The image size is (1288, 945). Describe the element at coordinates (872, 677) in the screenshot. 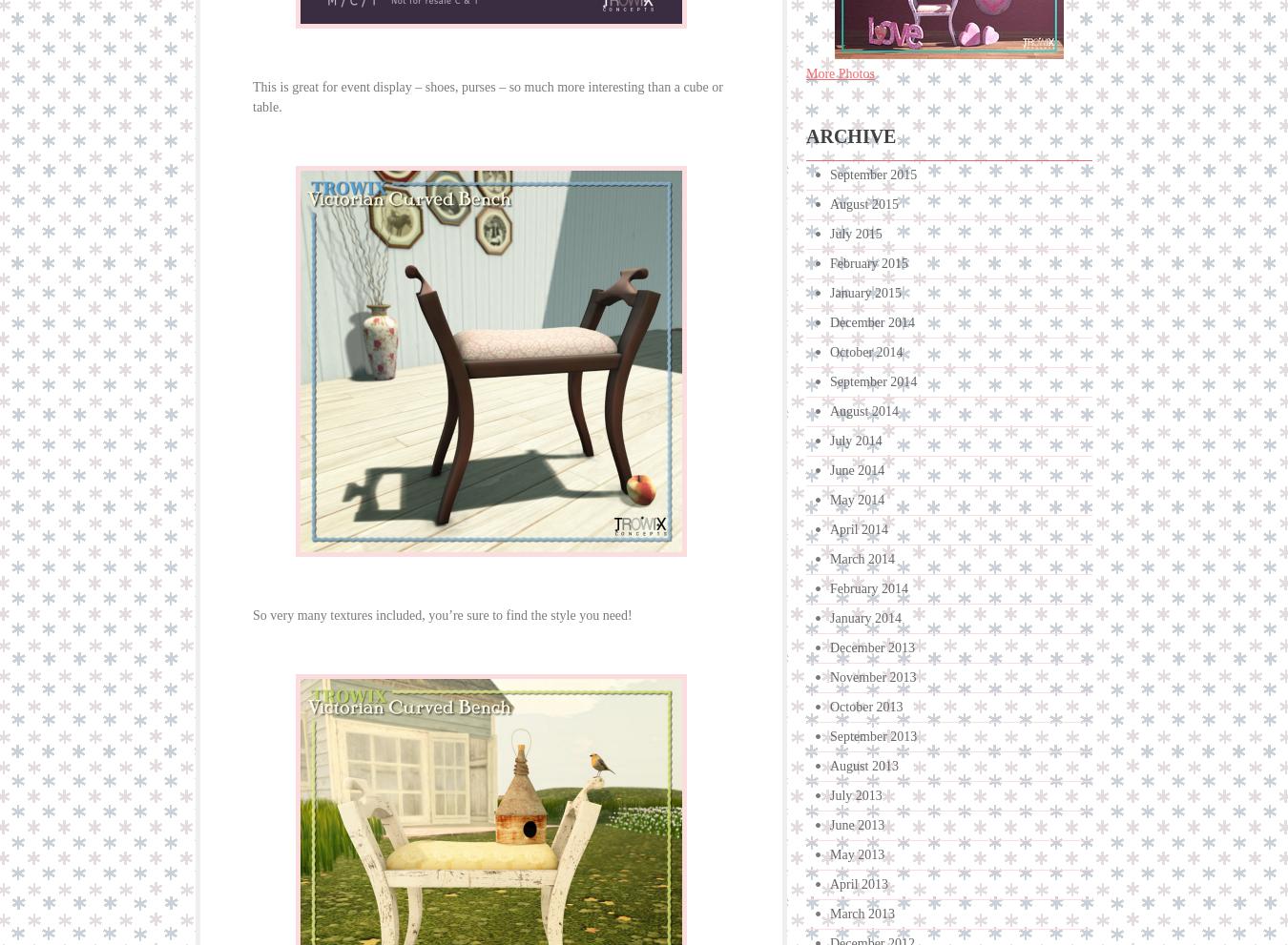

I see `'November 2013'` at that location.